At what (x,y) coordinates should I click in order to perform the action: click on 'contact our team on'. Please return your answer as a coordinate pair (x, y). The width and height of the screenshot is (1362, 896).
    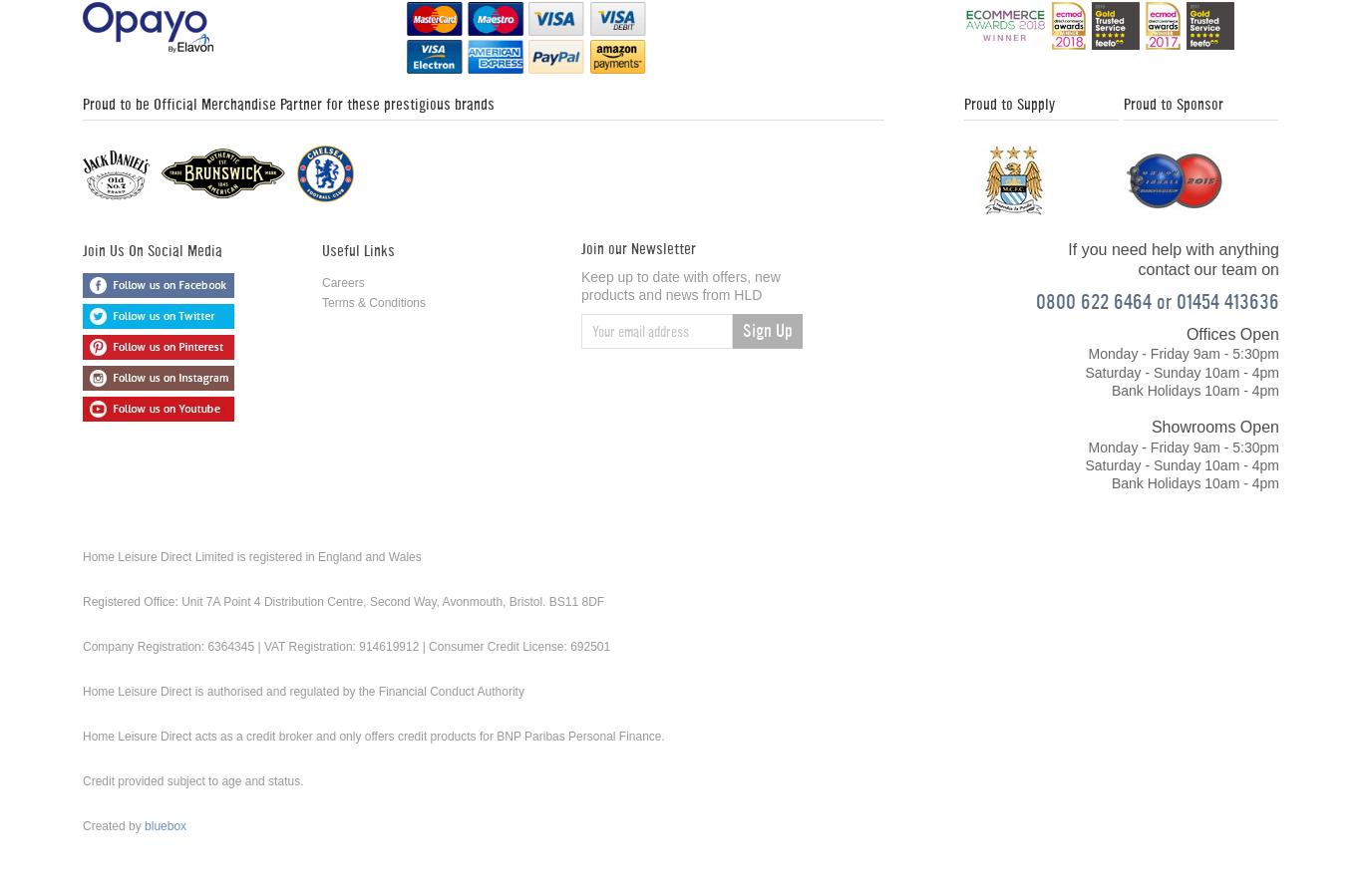
    Looking at the image, I should click on (1208, 269).